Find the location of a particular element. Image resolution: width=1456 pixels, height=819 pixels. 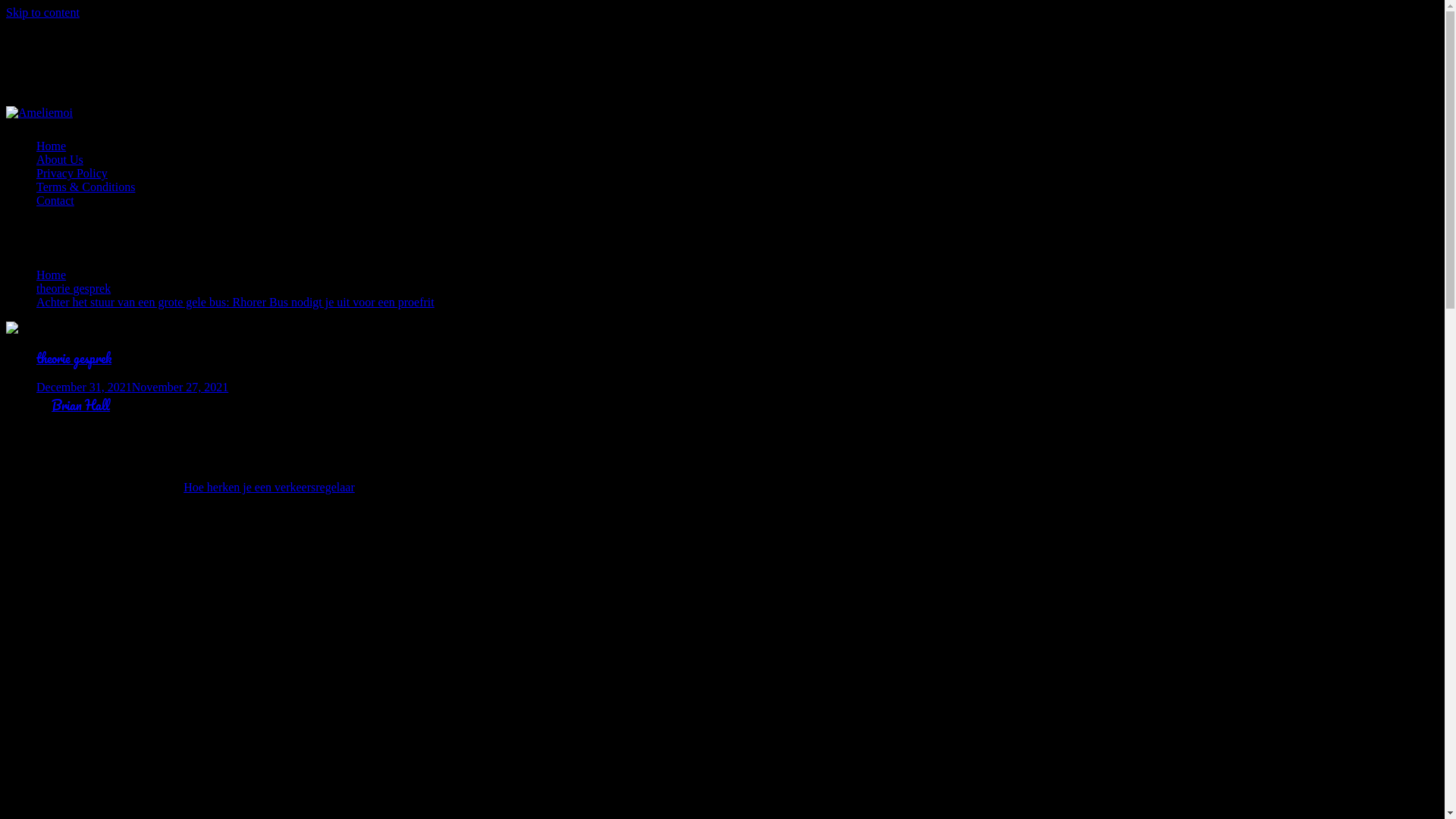

'About Us' is located at coordinates (36, 159).